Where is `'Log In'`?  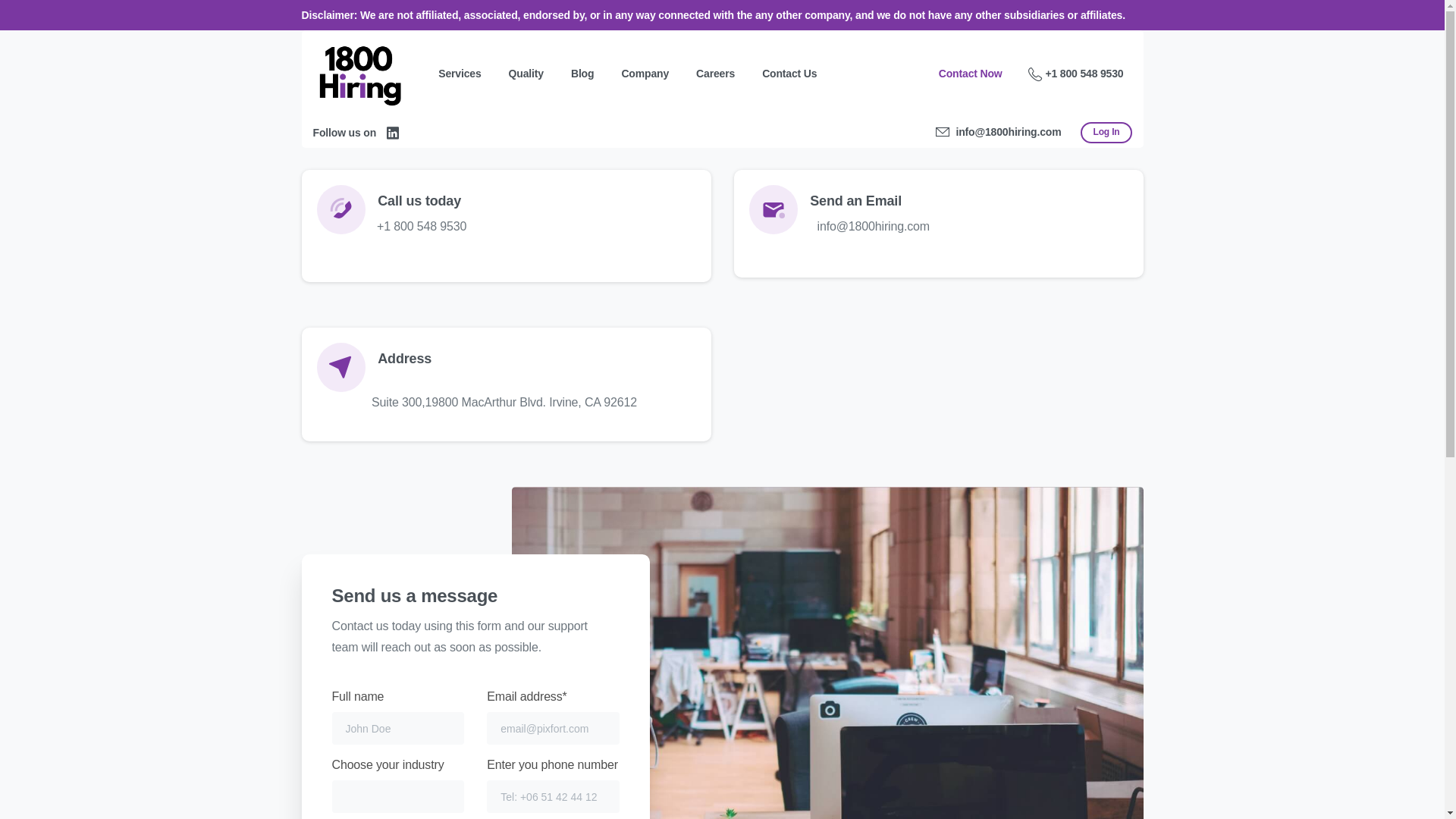 'Log In' is located at coordinates (1106, 131).